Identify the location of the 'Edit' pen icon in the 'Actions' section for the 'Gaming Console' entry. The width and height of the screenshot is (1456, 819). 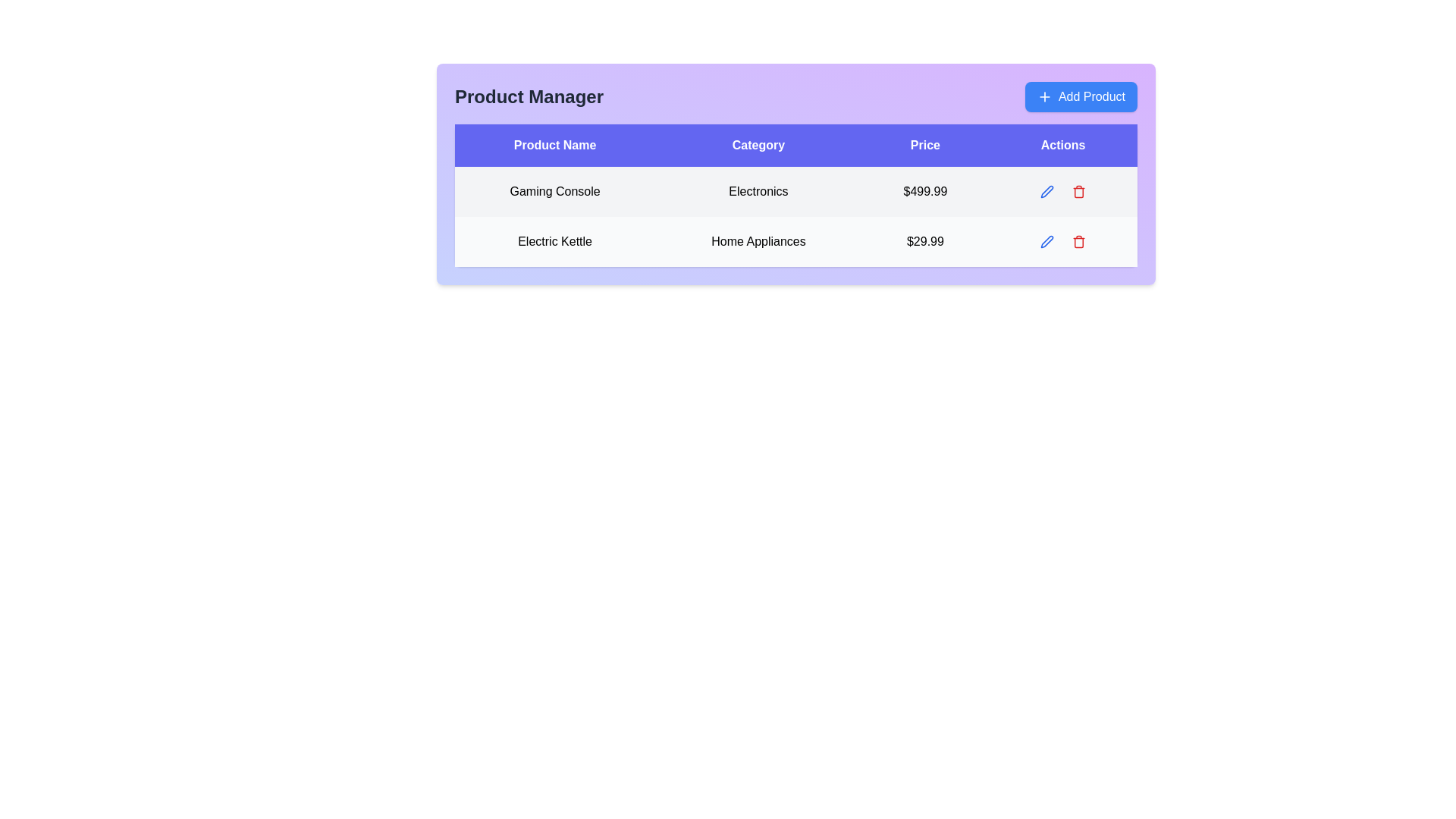
(1046, 191).